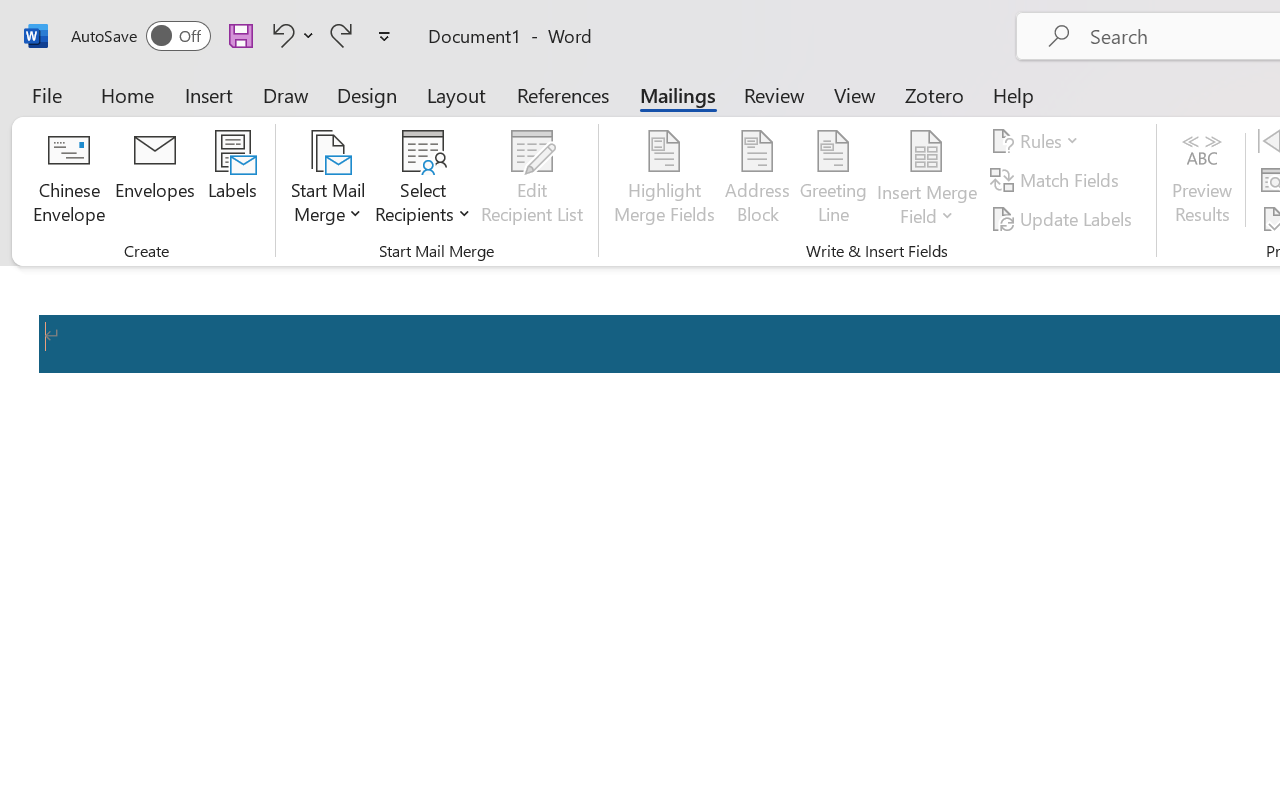 The width and height of the screenshot is (1280, 800). Describe the element at coordinates (1056, 179) in the screenshot. I see `'Match Fields...'` at that location.